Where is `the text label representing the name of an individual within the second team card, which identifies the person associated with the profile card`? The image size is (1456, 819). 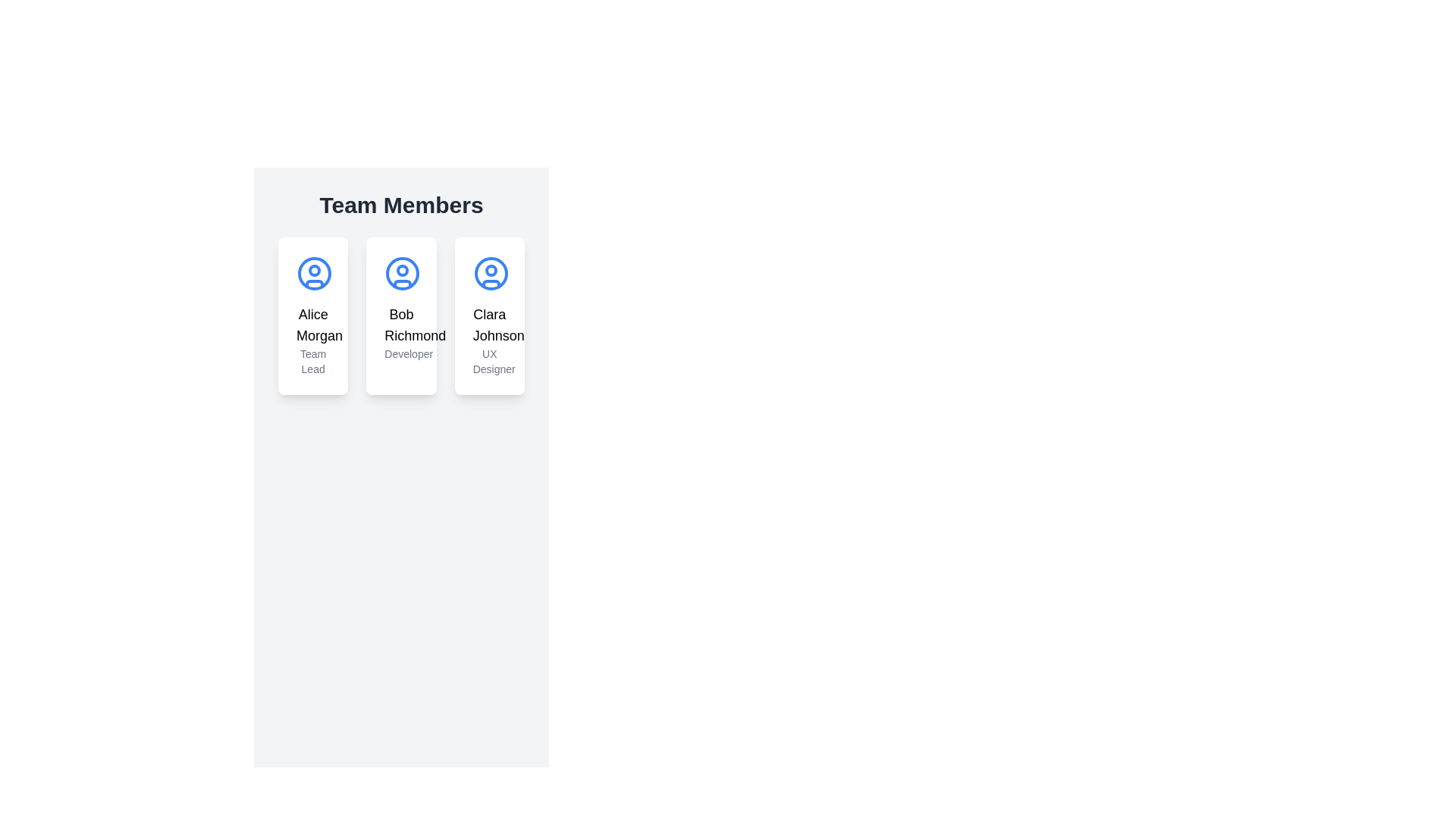
the text label representing the name of an individual within the second team card, which identifies the person associated with the profile card is located at coordinates (401, 324).